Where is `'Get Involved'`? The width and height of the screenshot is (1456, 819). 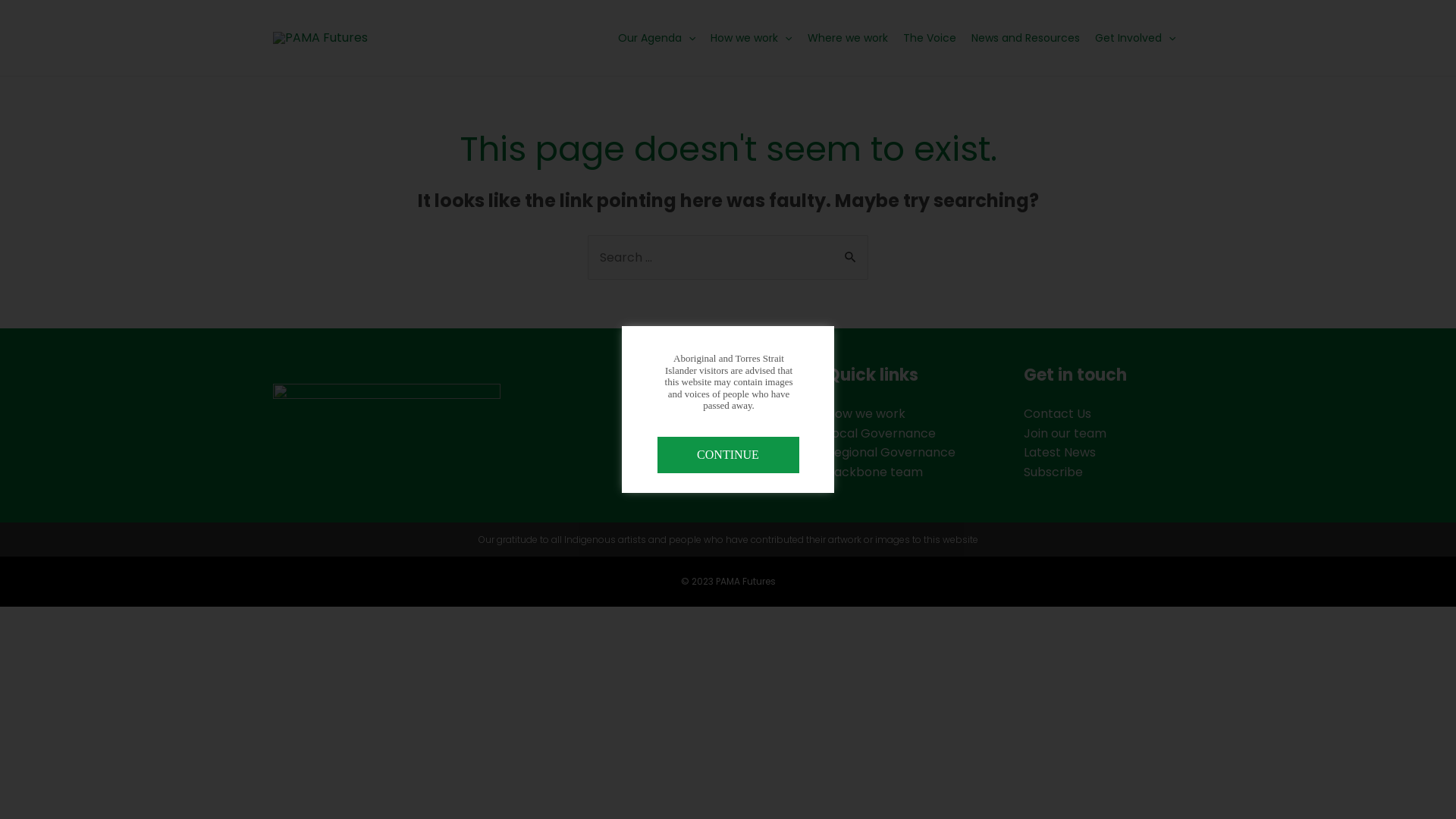
'Get Involved' is located at coordinates (1135, 37).